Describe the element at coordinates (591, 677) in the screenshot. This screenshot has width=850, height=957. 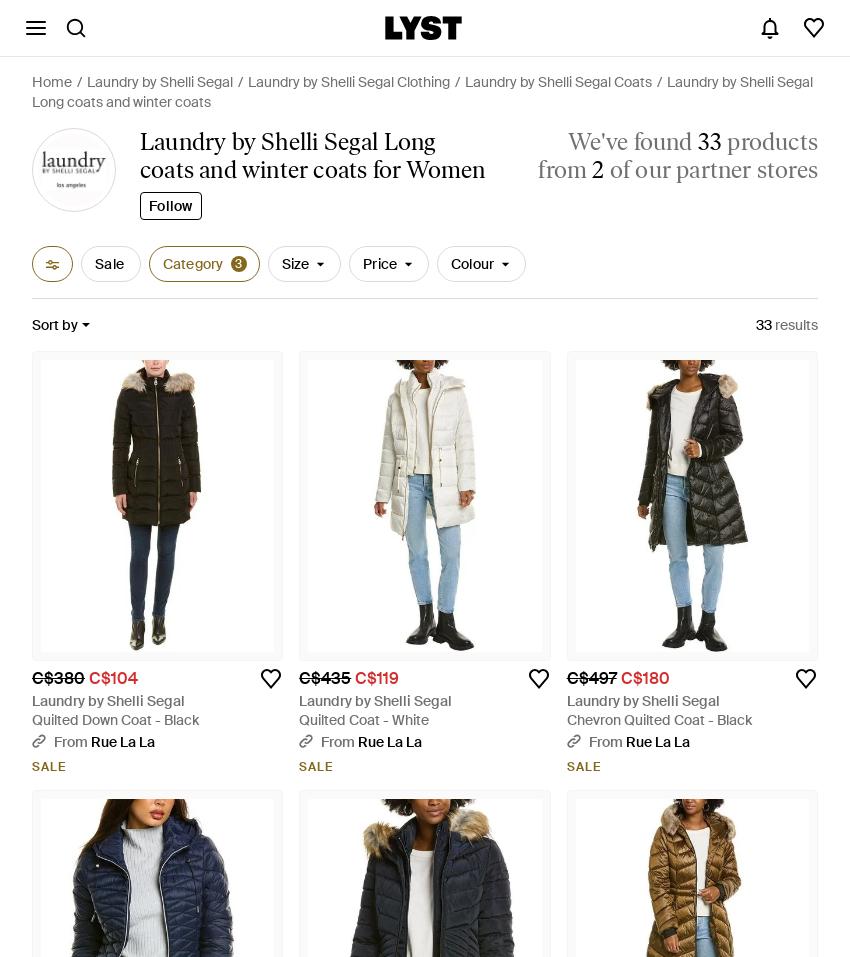
I see `'C$497'` at that location.